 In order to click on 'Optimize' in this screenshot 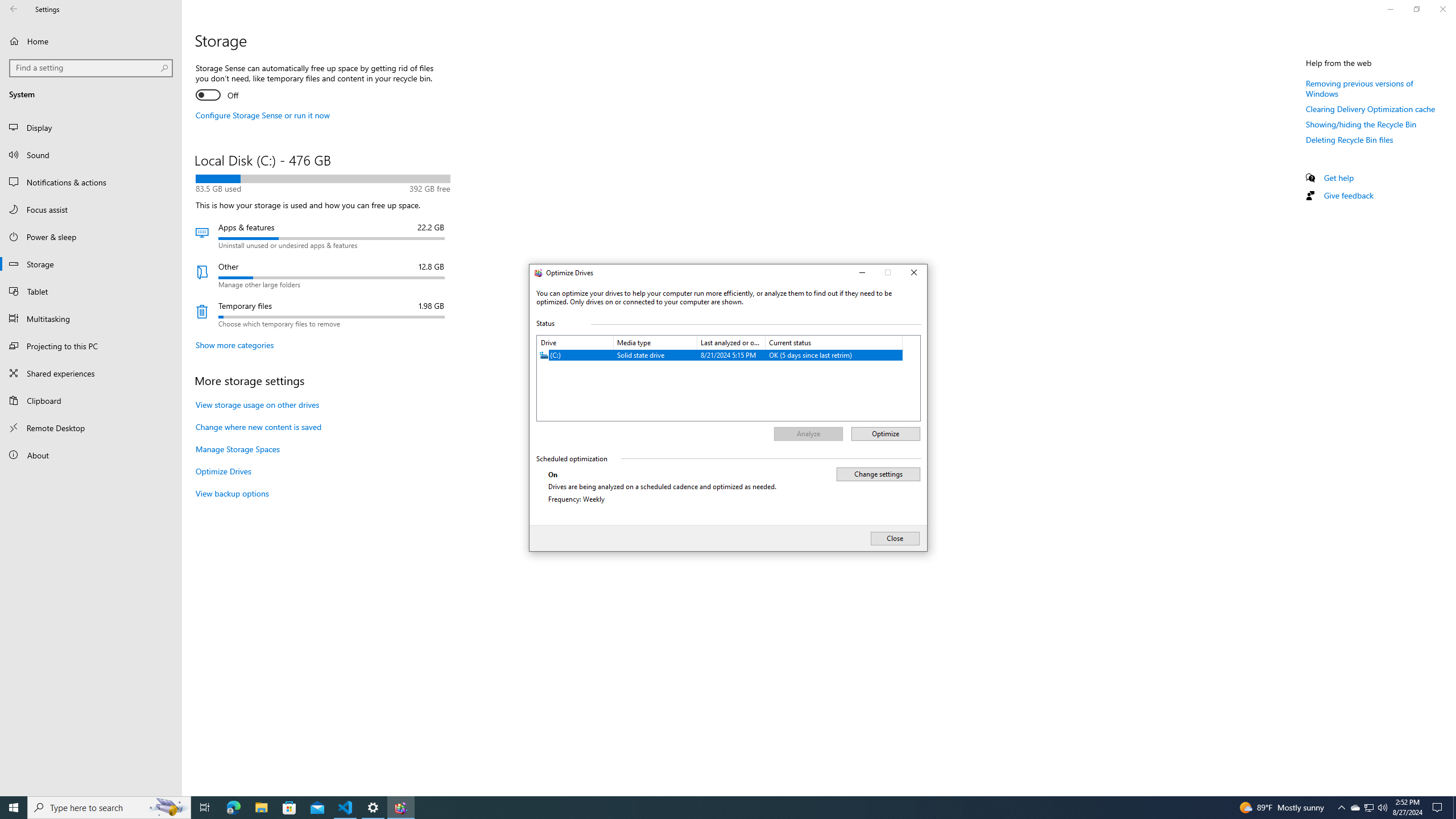, I will do `click(885, 433)`.